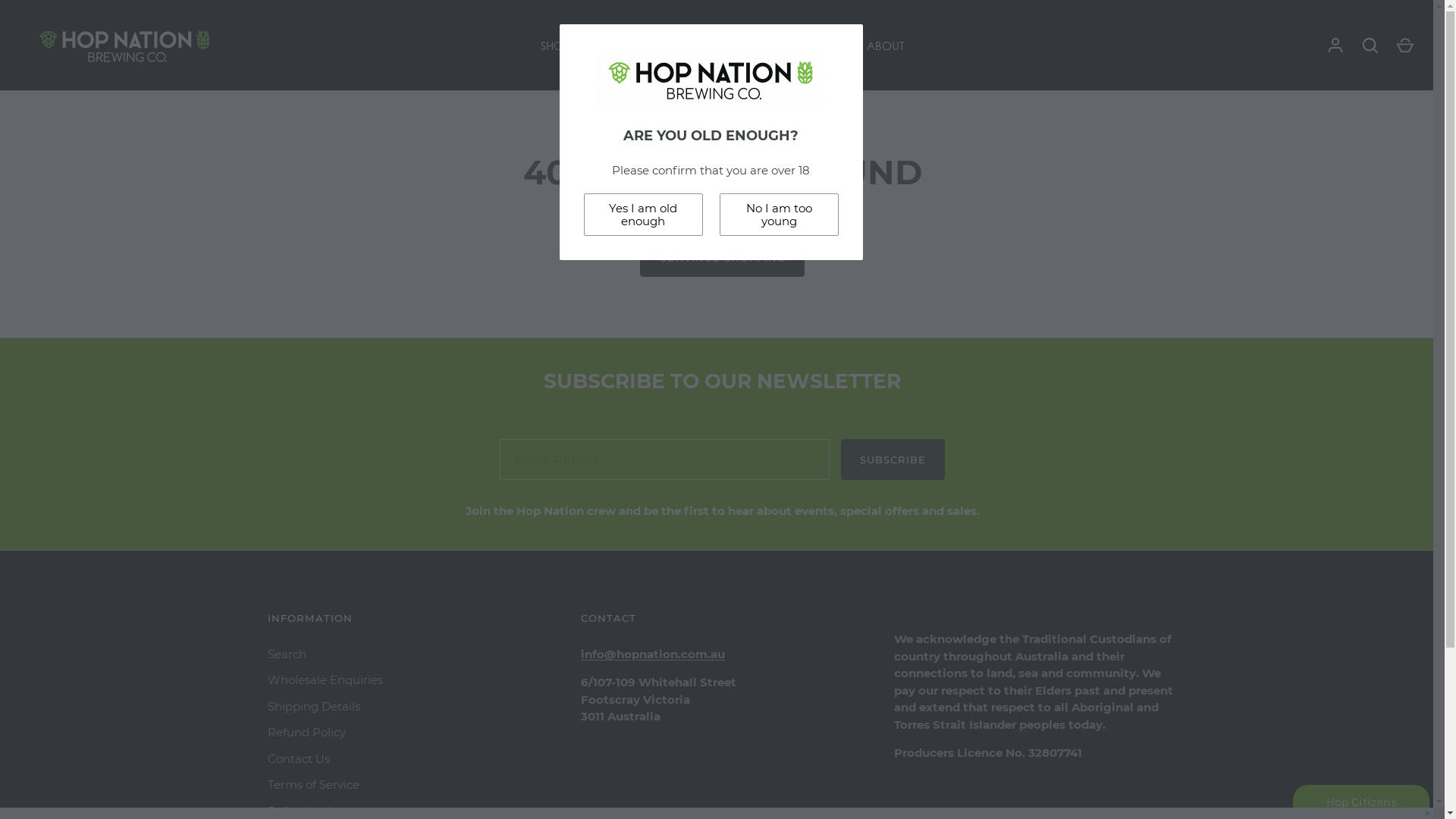  I want to click on 'Wholesale Enquiries', so click(323, 679).